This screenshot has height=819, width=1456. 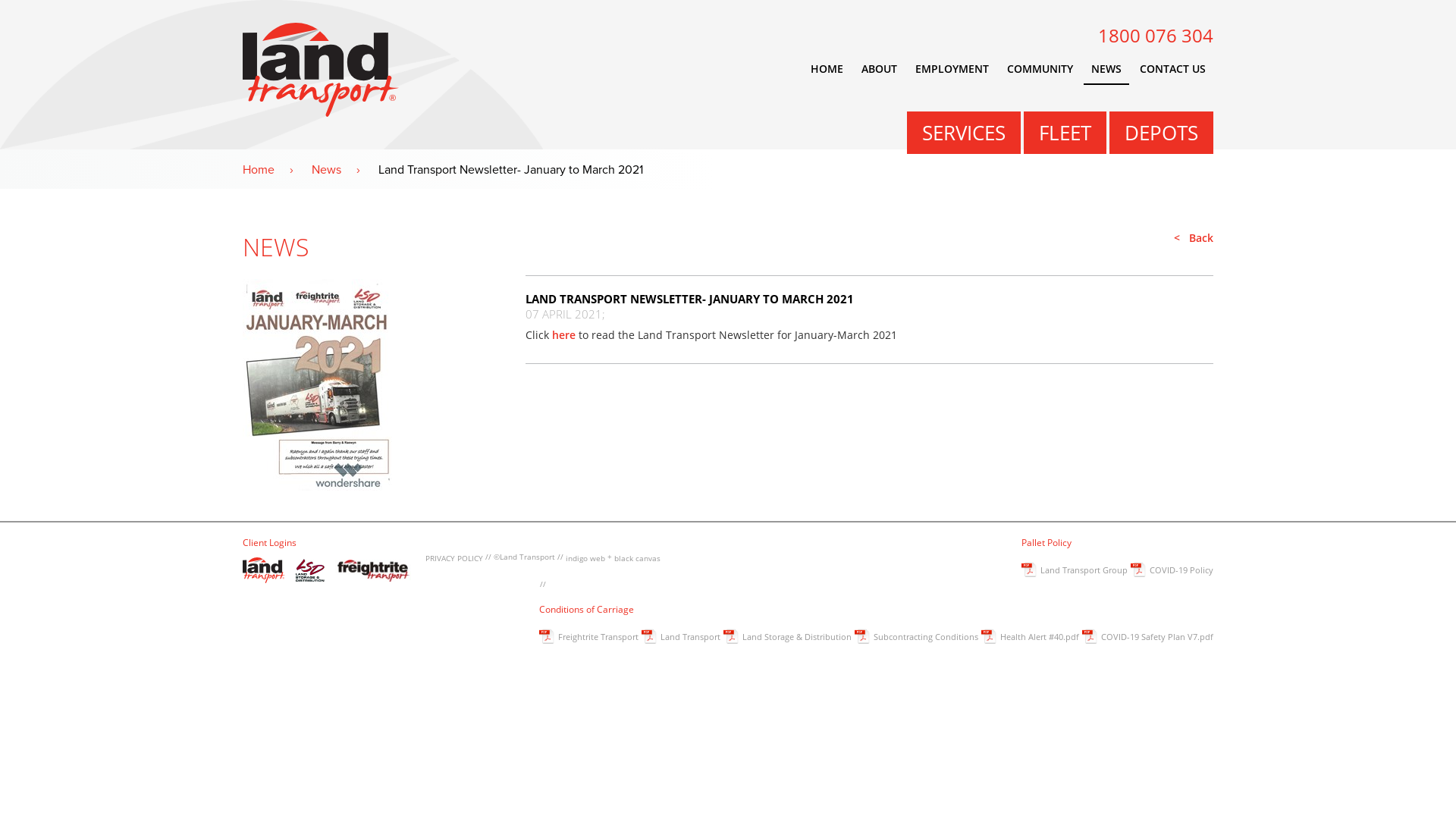 What do you see at coordinates (563, 334) in the screenshot?
I see `'here'` at bounding box center [563, 334].